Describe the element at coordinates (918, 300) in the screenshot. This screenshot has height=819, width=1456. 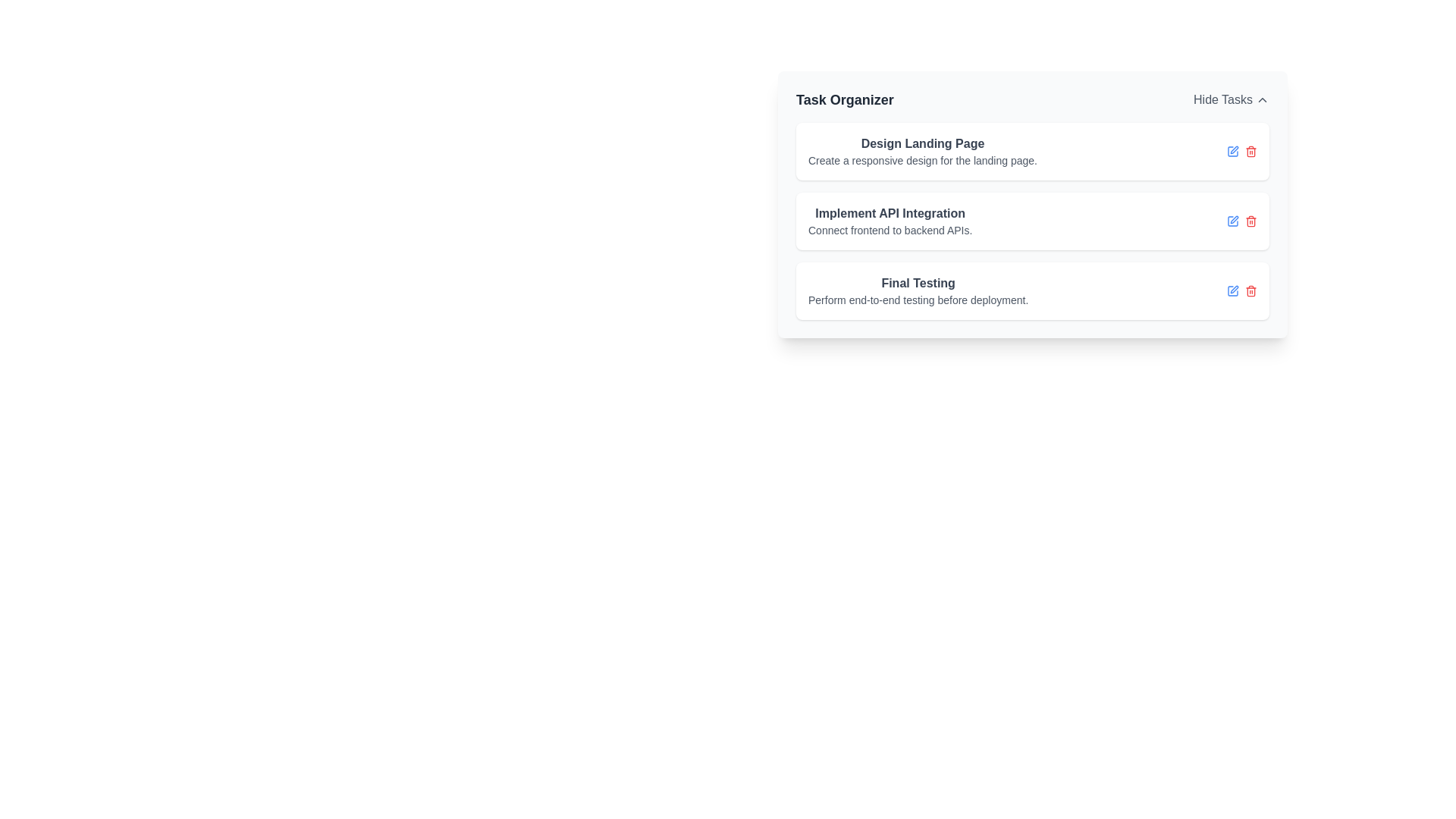
I see `the text block displaying 'Perform end-to-end testing before deployment.' located underneath the heading 'Final Testing.'` at that location.